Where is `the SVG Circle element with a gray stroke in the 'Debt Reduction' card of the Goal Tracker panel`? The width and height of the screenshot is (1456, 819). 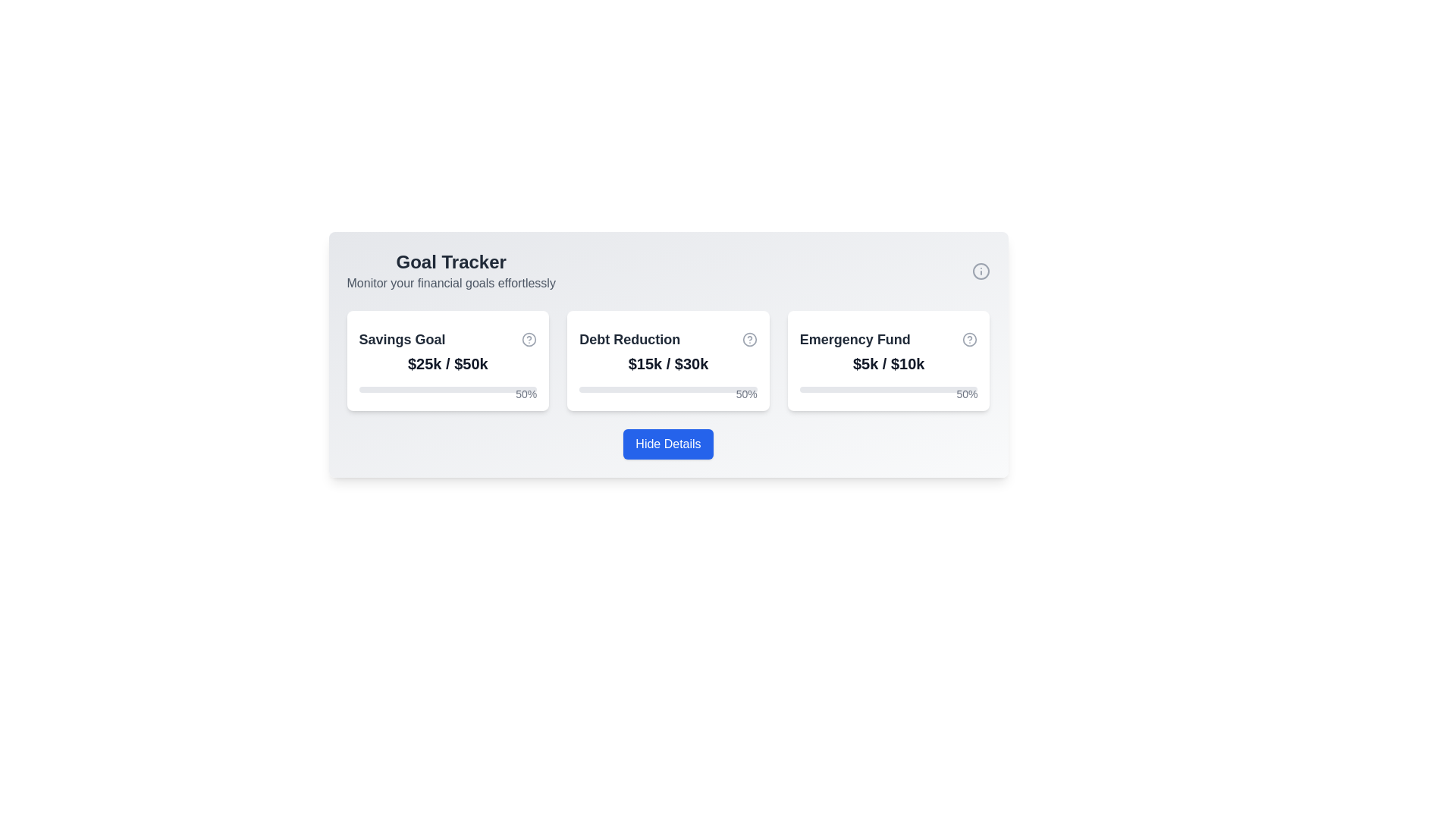
the SVG Circle element with a gray stroke in the 'Debt Reduction' card of the Goal Tracker panel is located at coordinates (749, 338).